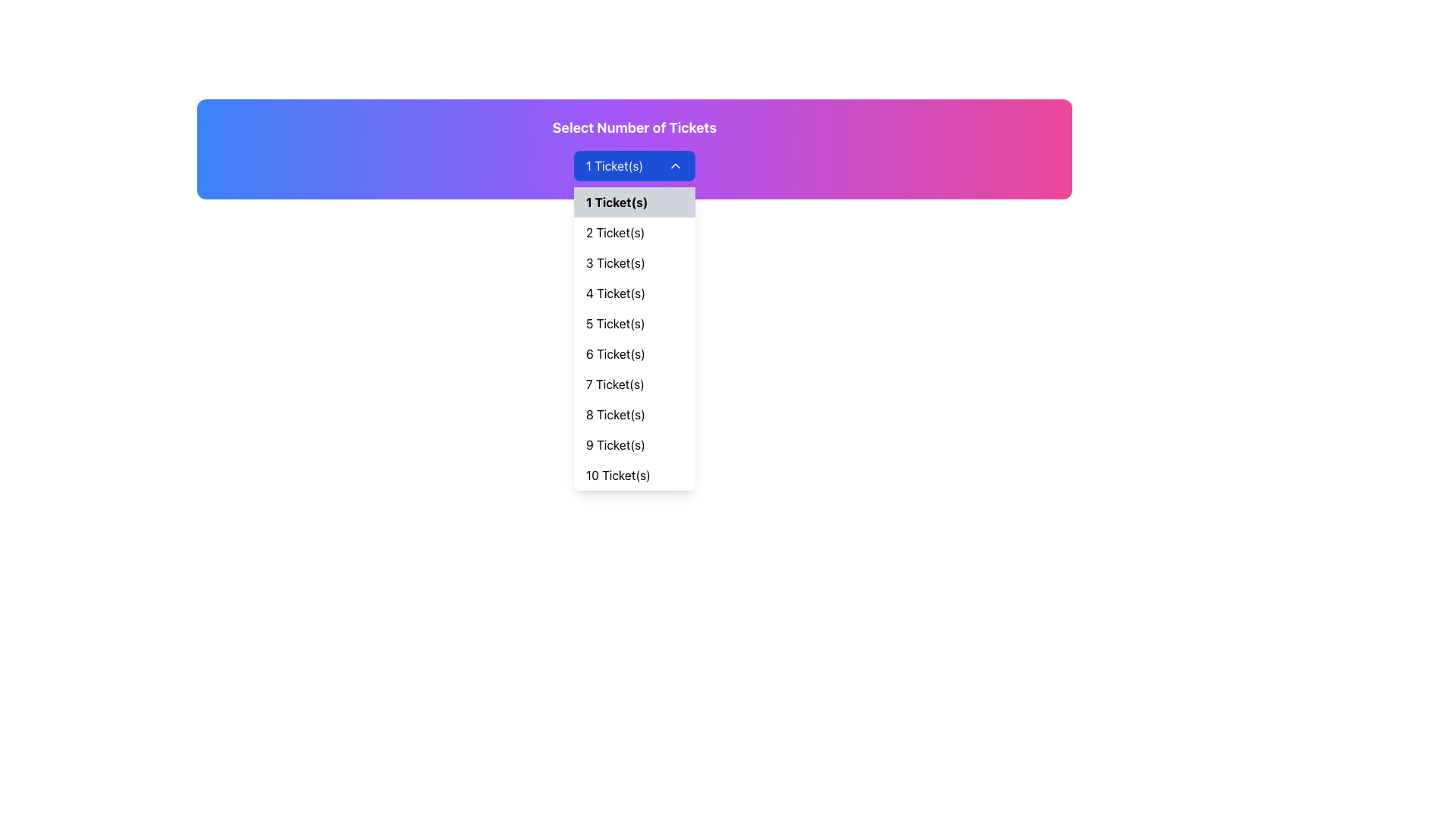 The height and width of the screenshot is (819, 1456). Describe the element at coordinates (675, 166) in the screenshot. I see `the upward-pointing chevron icon located at the far-right side of the button labeled '1 Ticket(s)'` at that location.